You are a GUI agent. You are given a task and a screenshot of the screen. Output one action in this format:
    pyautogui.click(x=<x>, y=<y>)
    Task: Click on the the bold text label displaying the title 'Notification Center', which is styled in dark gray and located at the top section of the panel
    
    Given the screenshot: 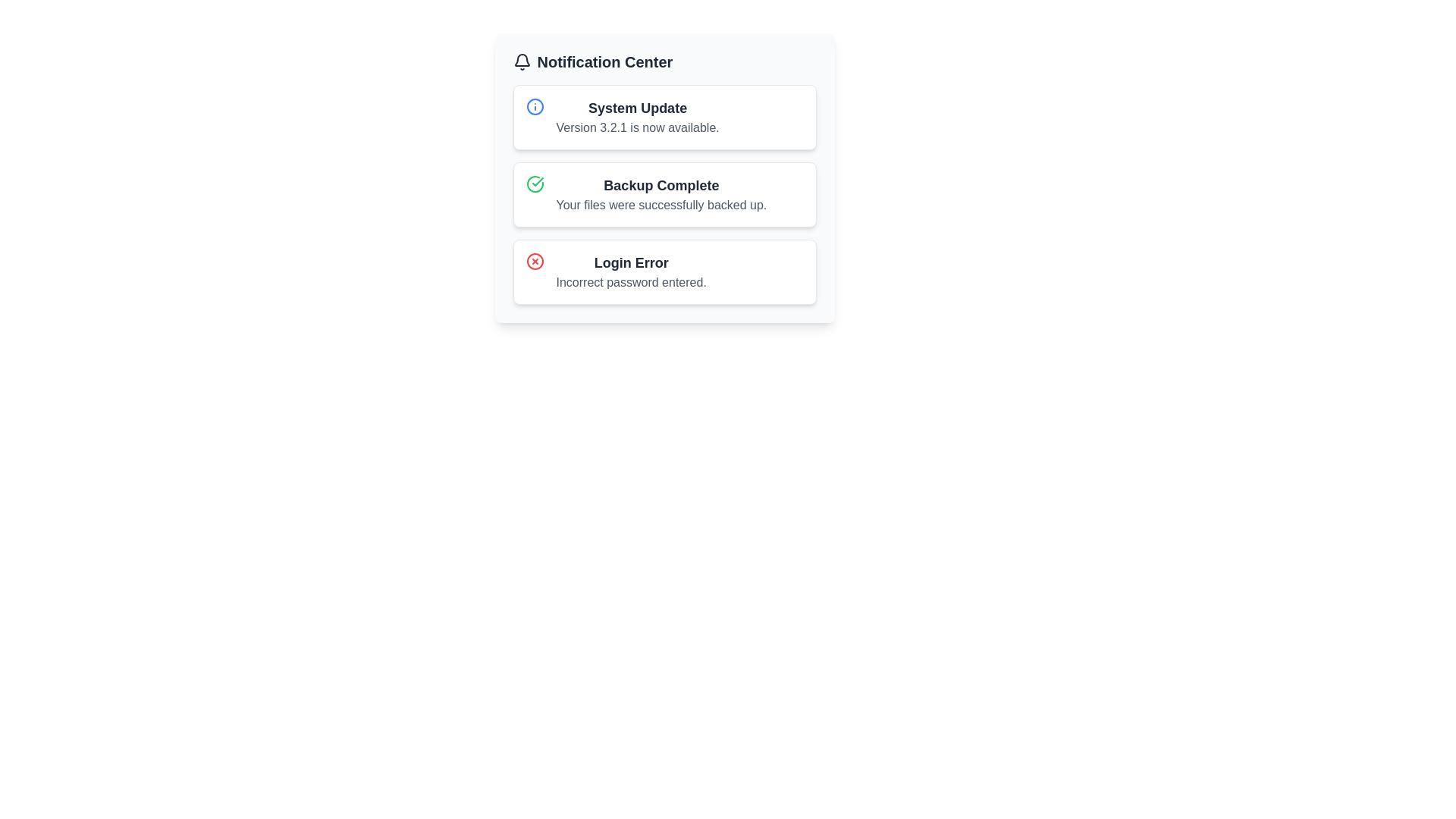 What is the action you would take?
    pyautogui.click(x=604, y=61)
    